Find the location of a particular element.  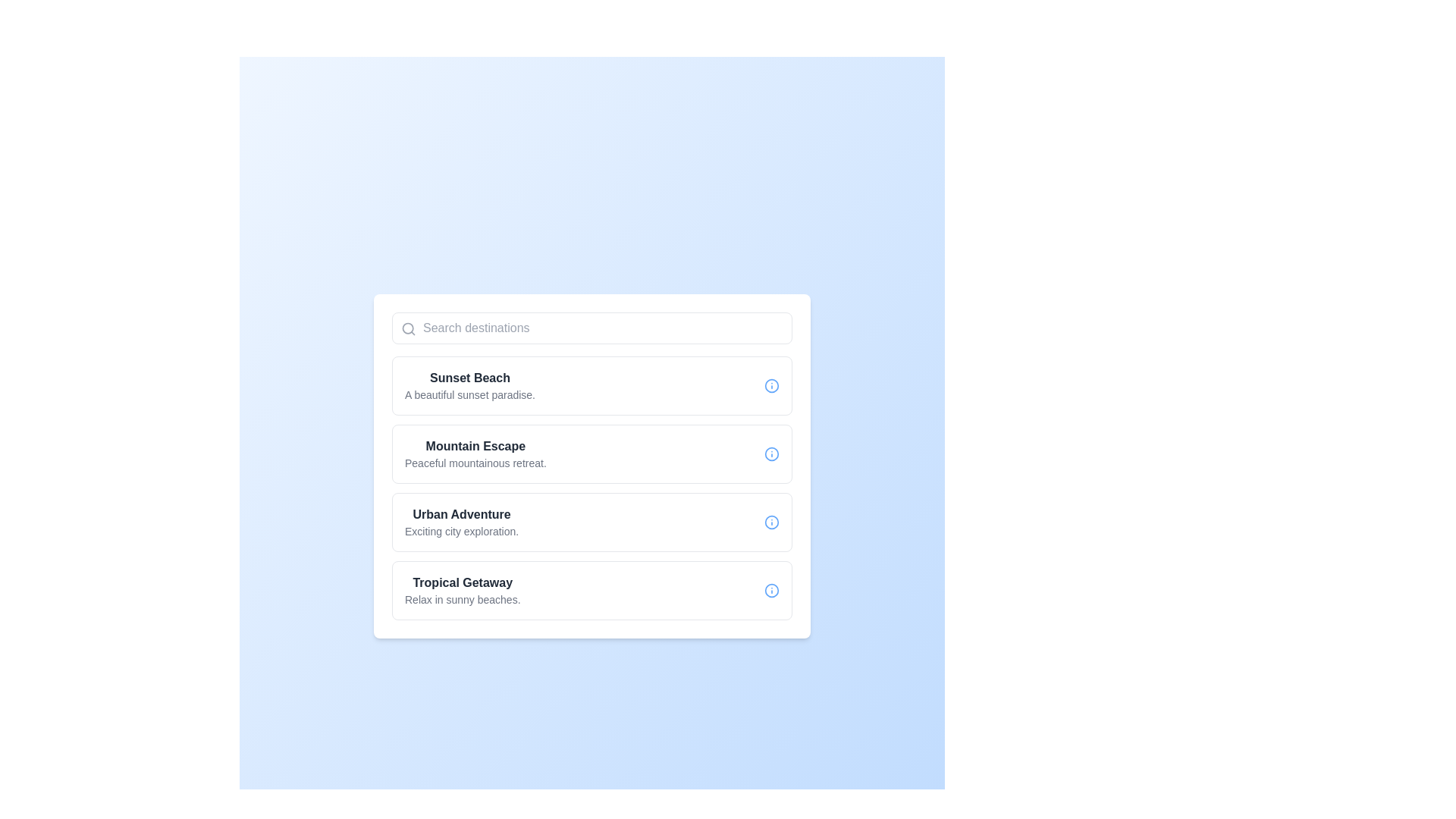

the text label providing additional descriptive information about the 'Tropical Getaway' destination option, located below the bolded text within the fourth card of the vertical list is located at coordinates (462, 598).